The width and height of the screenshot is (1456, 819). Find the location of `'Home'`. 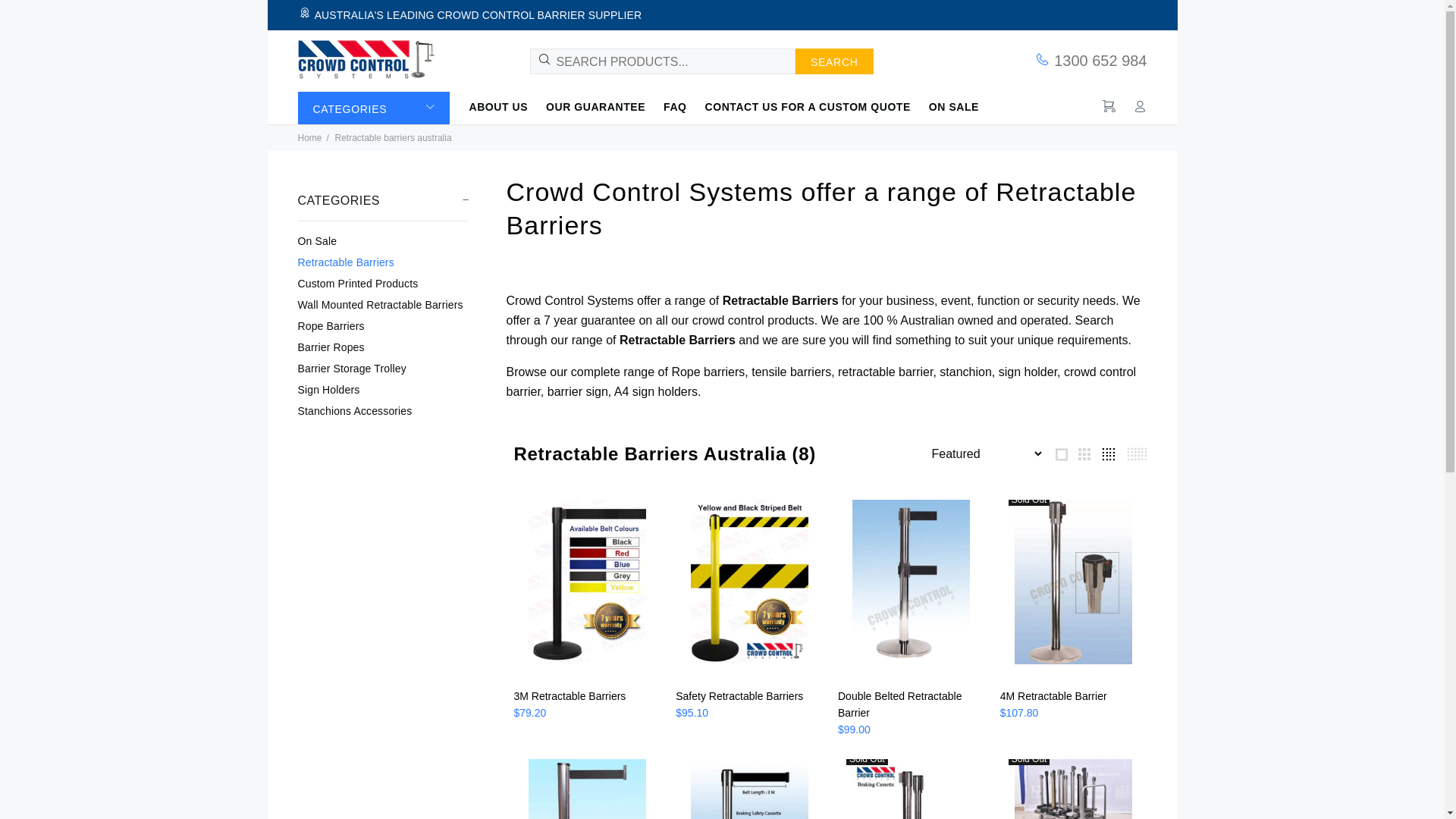

'Home' is located at coordinates (309, 137).